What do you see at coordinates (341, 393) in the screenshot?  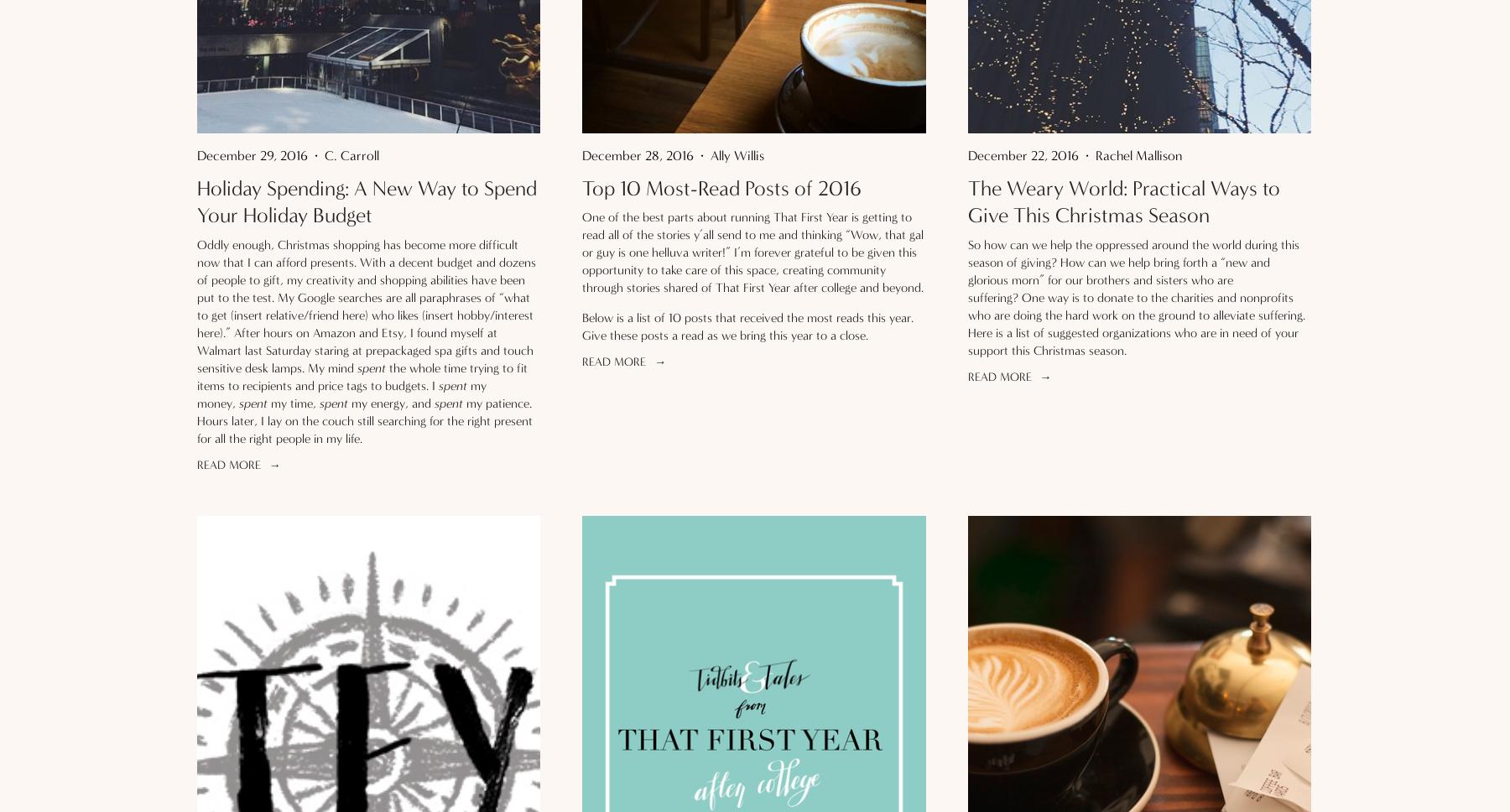 I see `'my money,'` at bounding box center [341, 393].